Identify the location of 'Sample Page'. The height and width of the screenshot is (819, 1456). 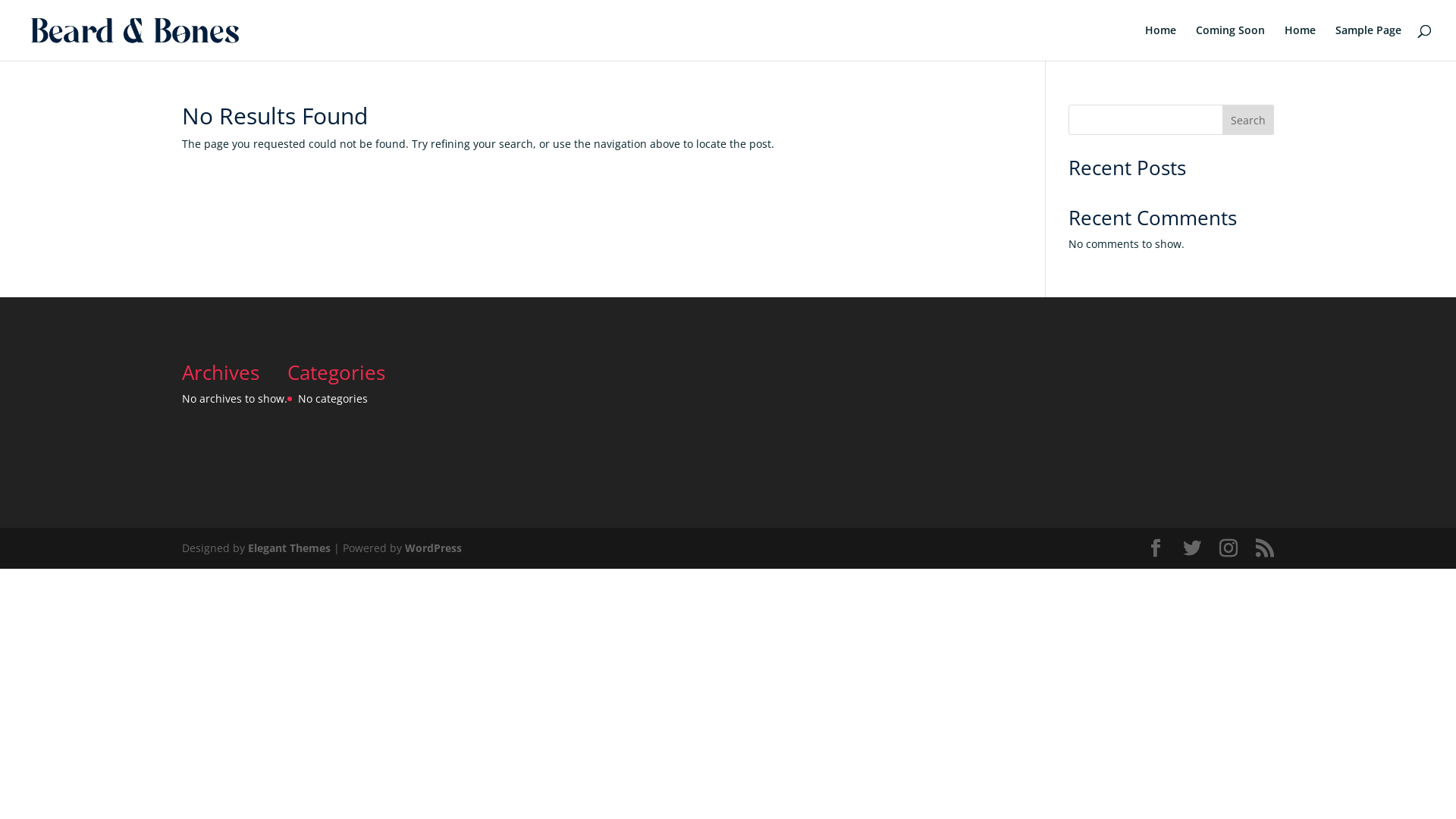
(1368, 42).